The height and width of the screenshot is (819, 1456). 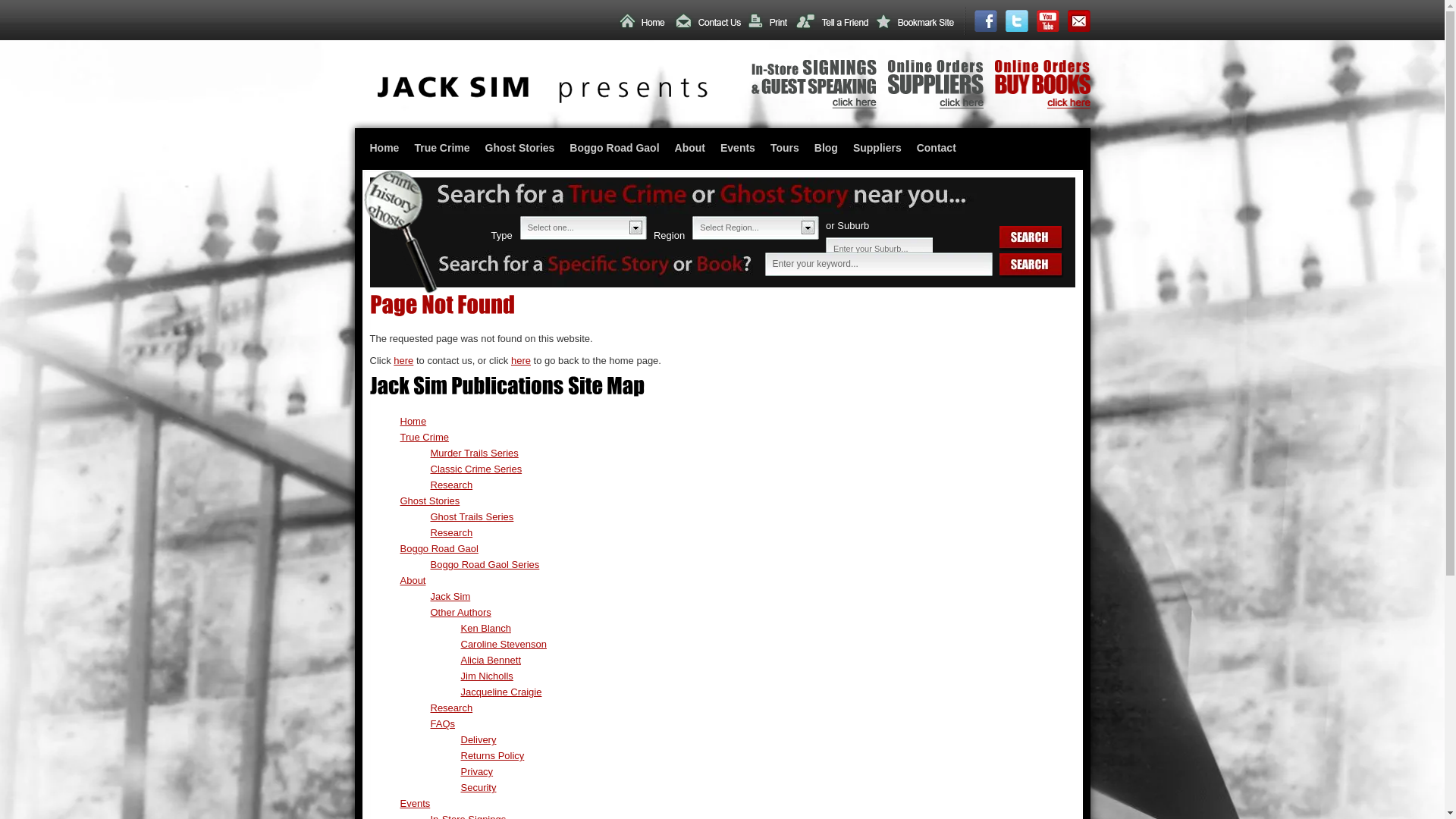 What do you see at coordinates (400, 500) in the screenshot?
I see `'Ghost Stories'` at bounding box center [400, 500].